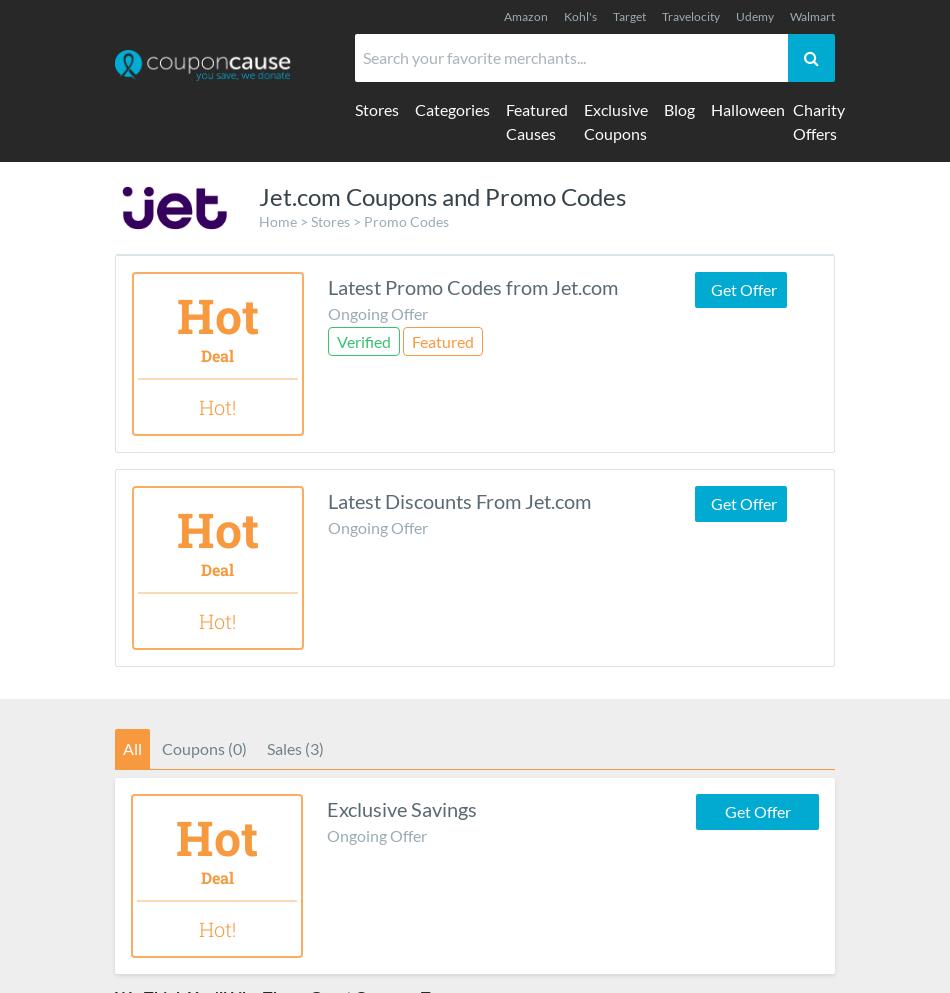 This screenshot has width=950, height=993. I want to click on 'Latest Discounts From Jet.com', so click(457, 500).